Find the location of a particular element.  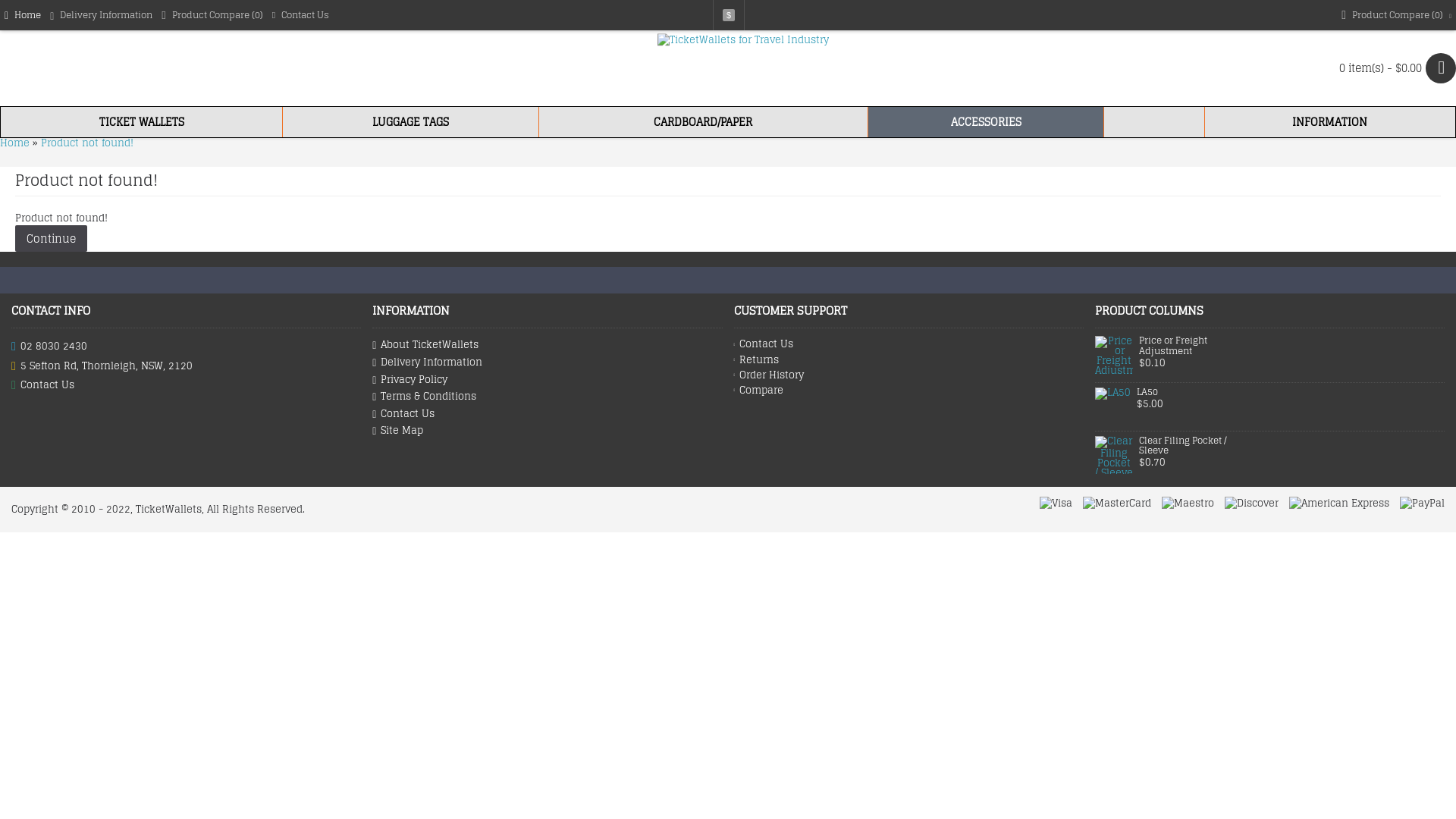

'Continue' is located at coordinates (14, 238).